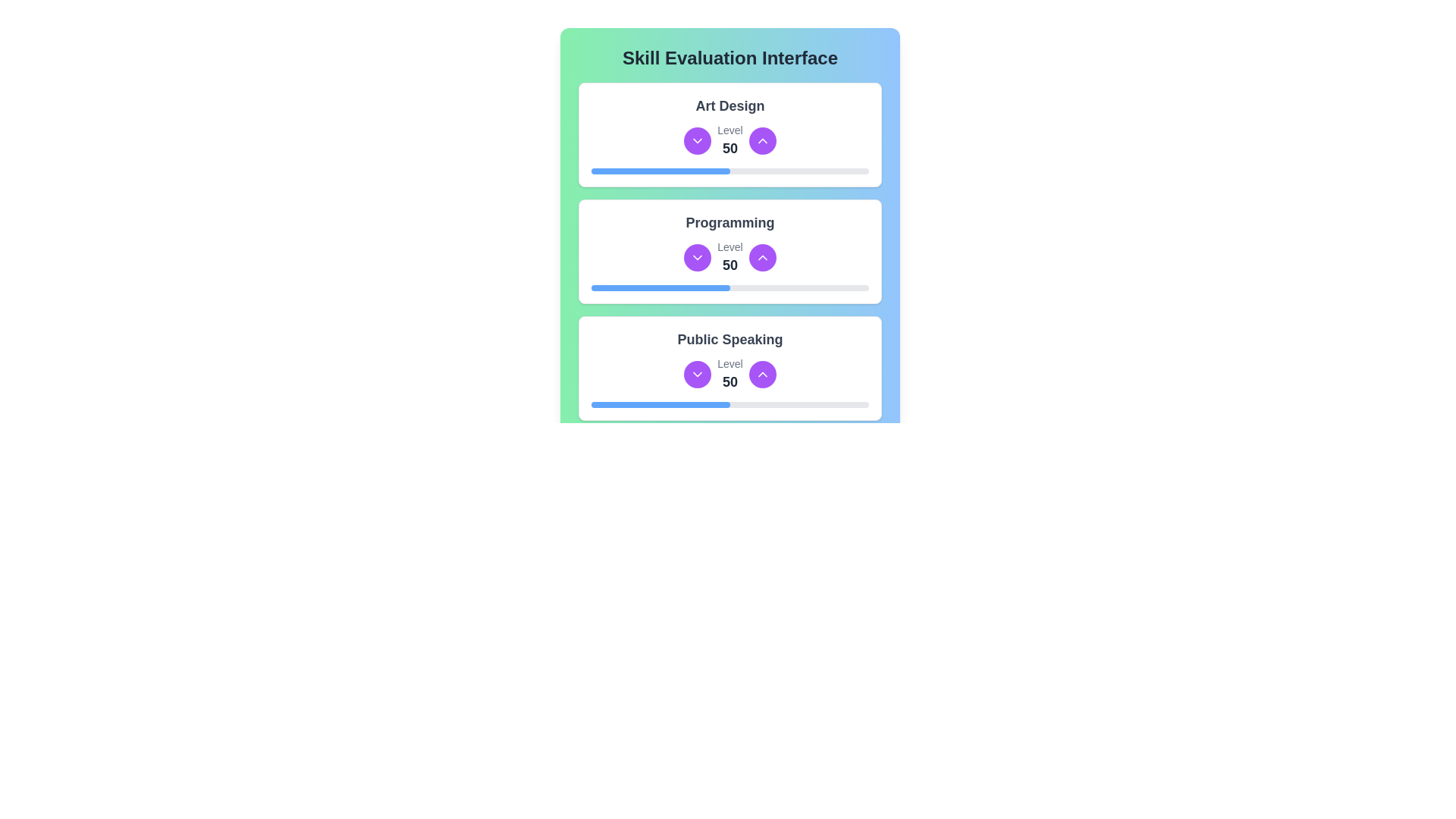  I want to click on the slider value, so click(647, 403).